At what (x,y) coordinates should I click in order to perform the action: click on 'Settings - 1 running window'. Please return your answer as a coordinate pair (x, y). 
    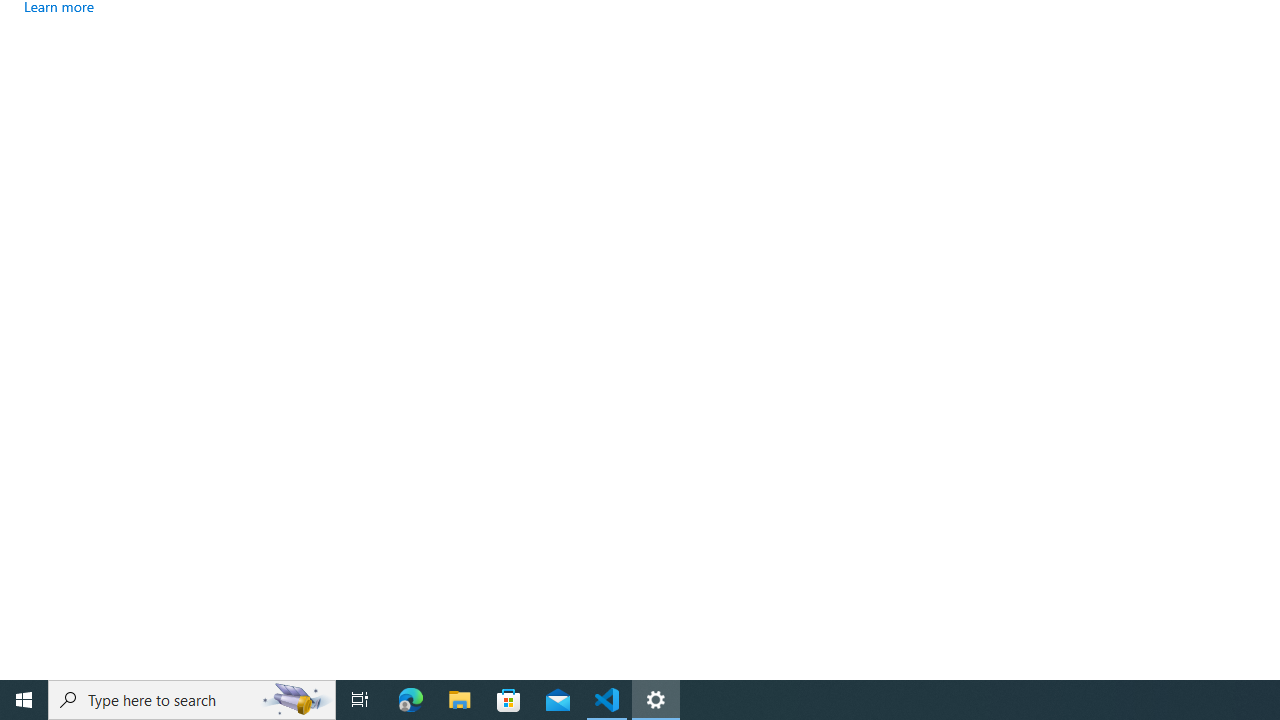
    Looking at the image, I should click on (656, 698).